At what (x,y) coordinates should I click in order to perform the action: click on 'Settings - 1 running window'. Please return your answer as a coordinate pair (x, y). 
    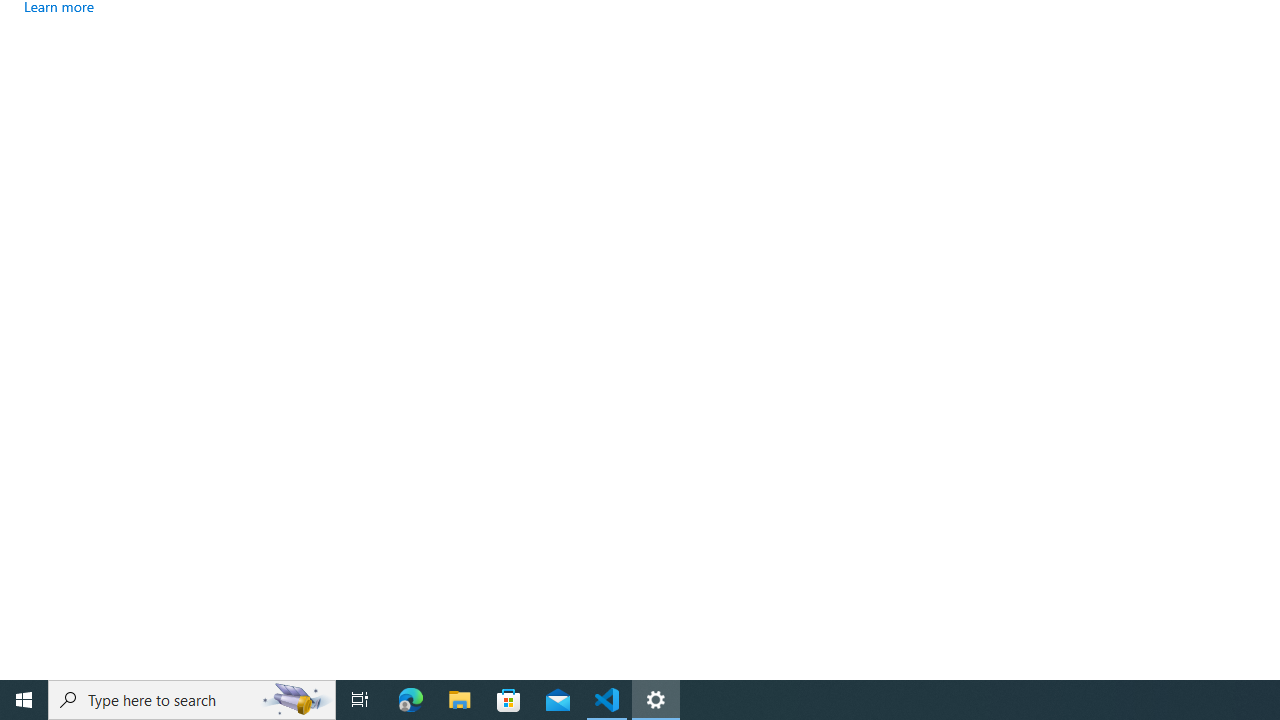
    Looking at the image, I should click on (656, 698).